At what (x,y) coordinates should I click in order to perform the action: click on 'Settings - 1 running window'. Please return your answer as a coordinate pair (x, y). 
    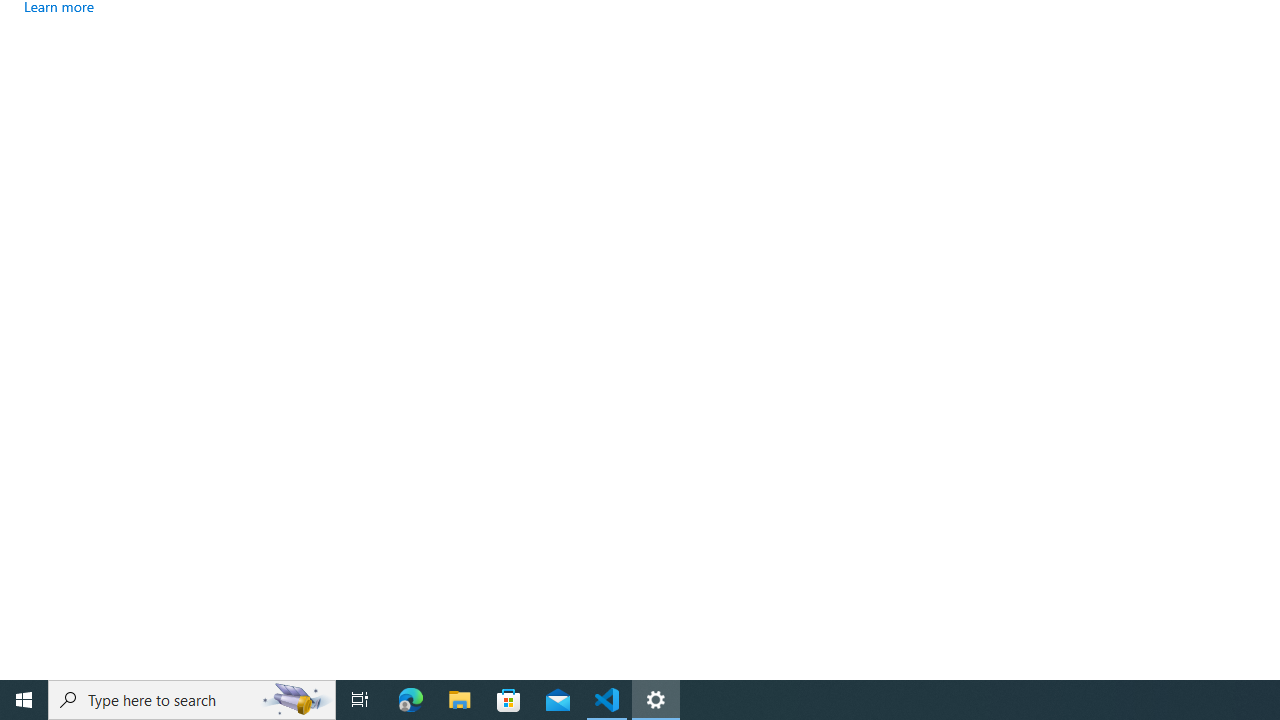
    Looking at the image, I should click on (656, 698).